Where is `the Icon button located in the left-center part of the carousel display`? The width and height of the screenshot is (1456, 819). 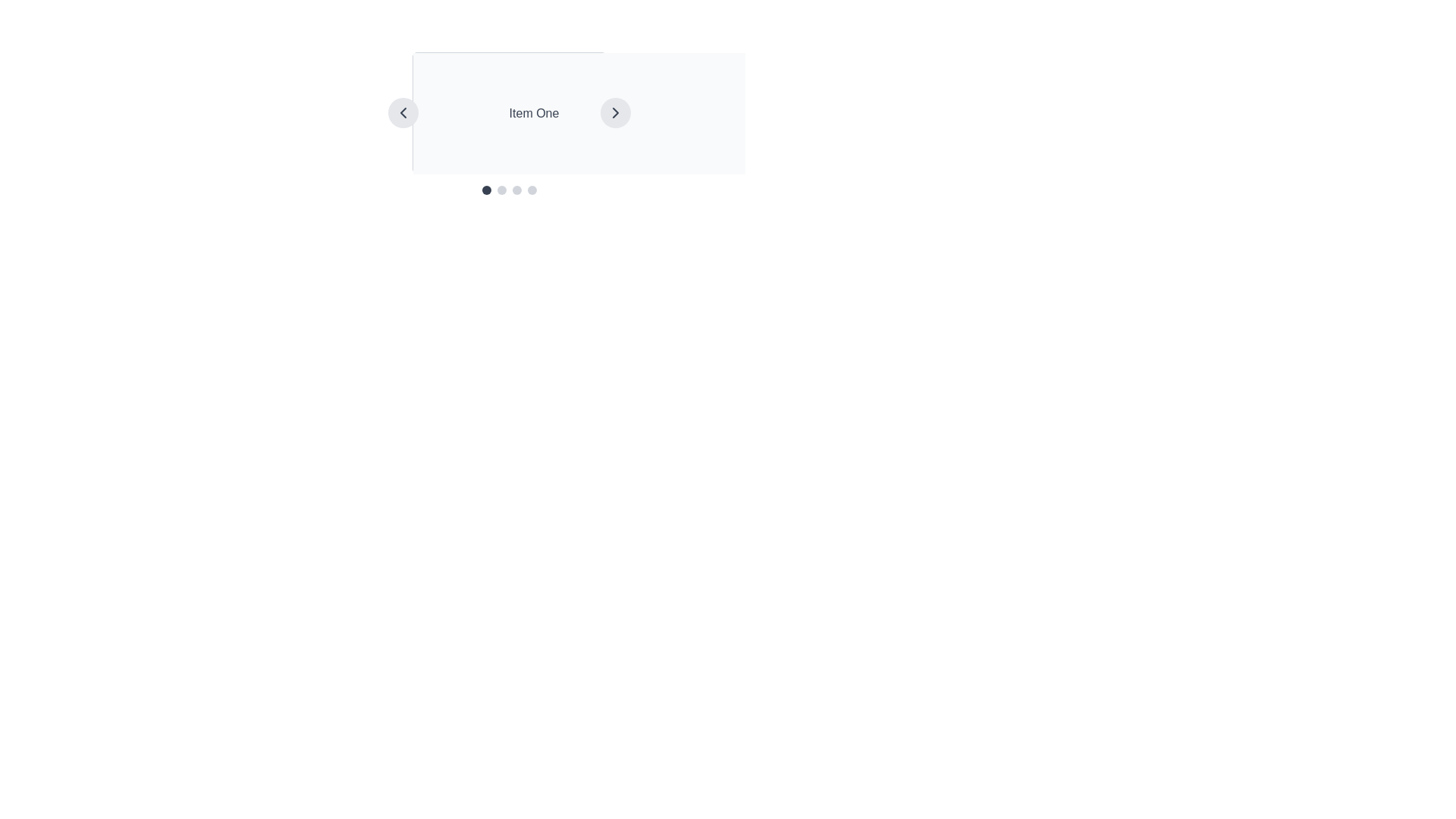
the Icon button located in the left-center part of the carousel display is located at coordinates (403, 112).